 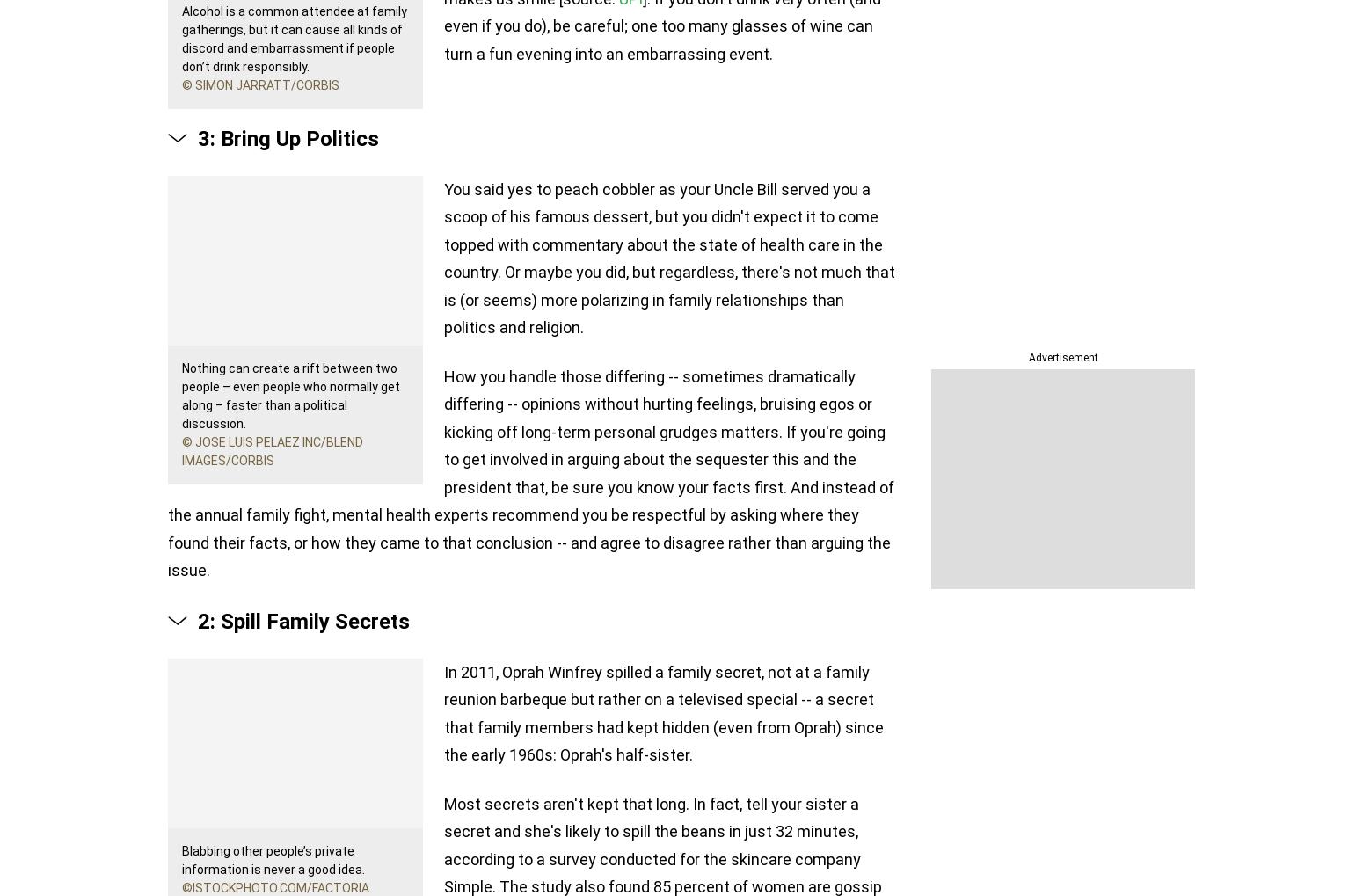 What do you see at coordinates (293, 37) in the screenshot?
I see `'Alcohol is a common attendee at family gatherings, but it can cause all kinds of discord and embarrassment if people don’t drink responsibly.'` at bounding box center [293, 37].